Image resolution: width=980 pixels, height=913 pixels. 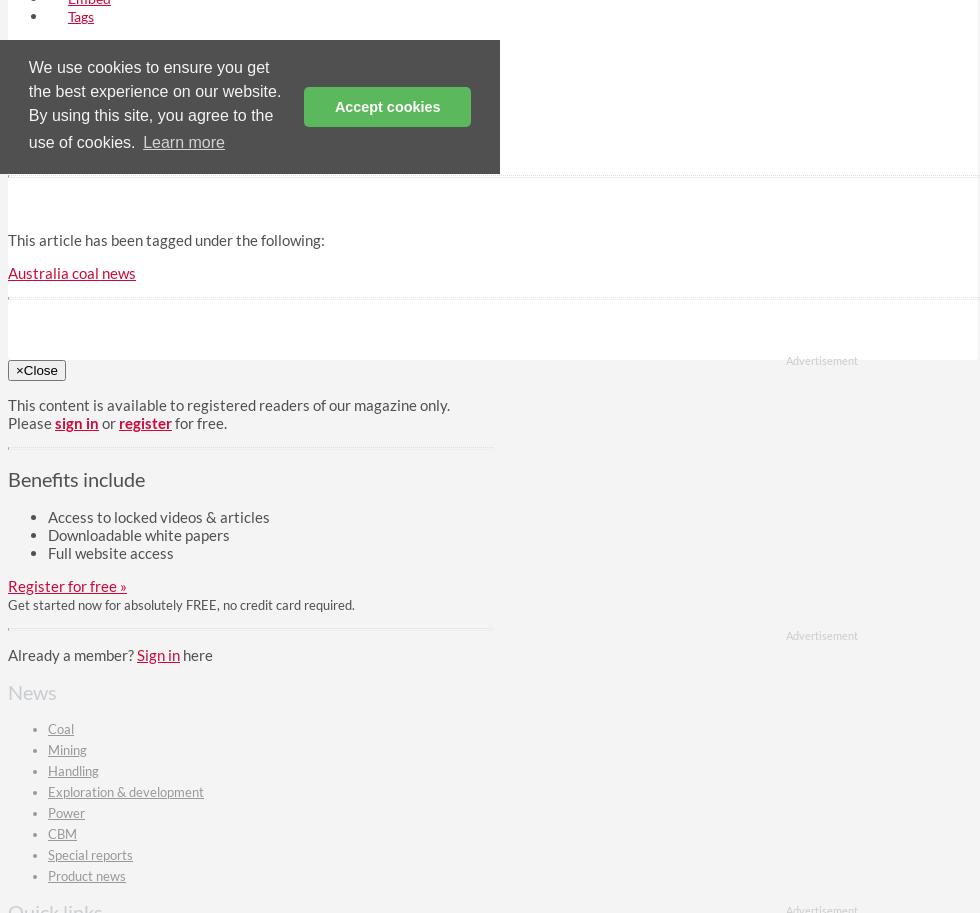 I want to click on 'here', so click(x=196, y=652).